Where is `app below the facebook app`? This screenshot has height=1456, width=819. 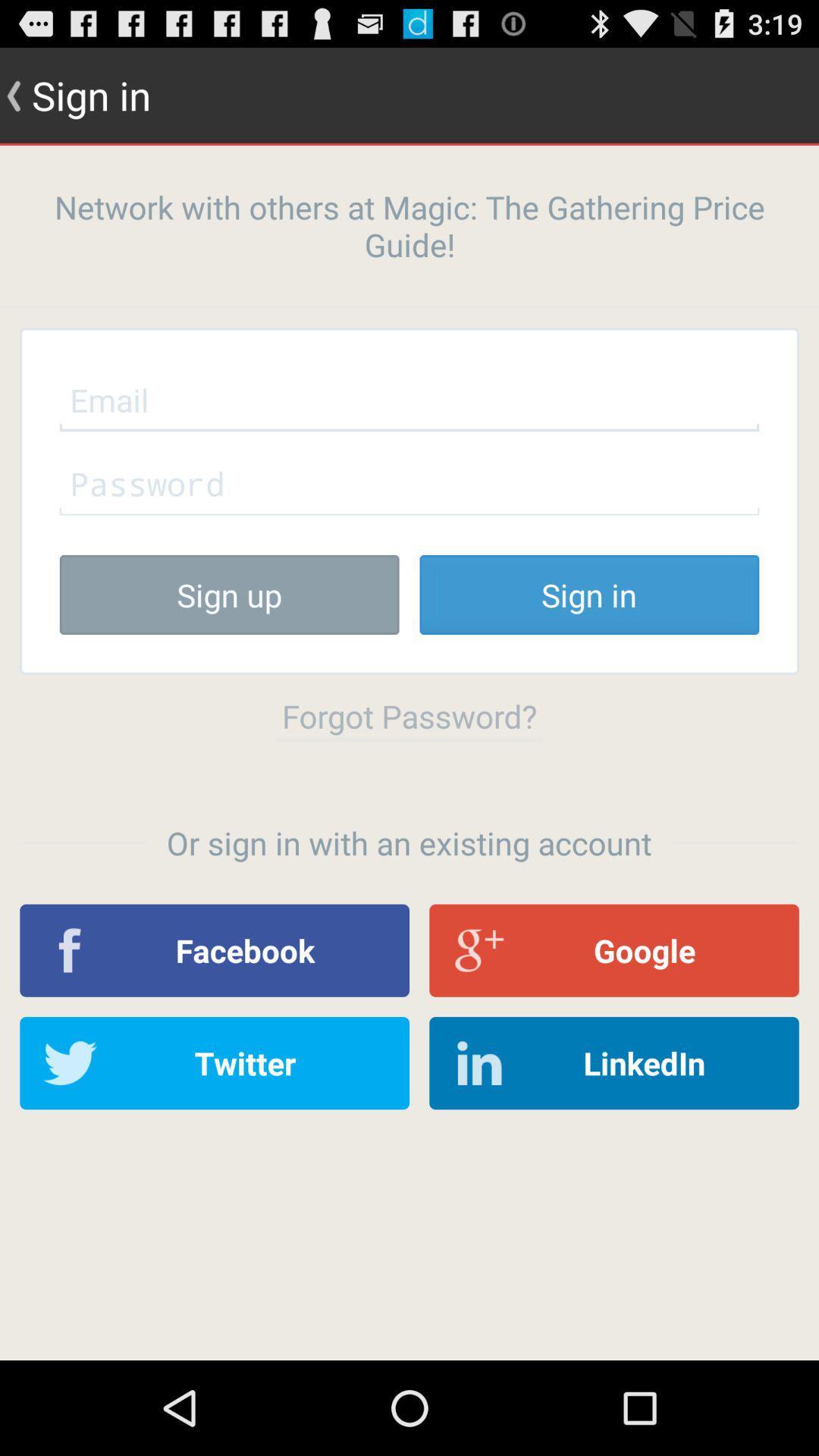
app below the facebook app is located at coordinates (215, 1062).